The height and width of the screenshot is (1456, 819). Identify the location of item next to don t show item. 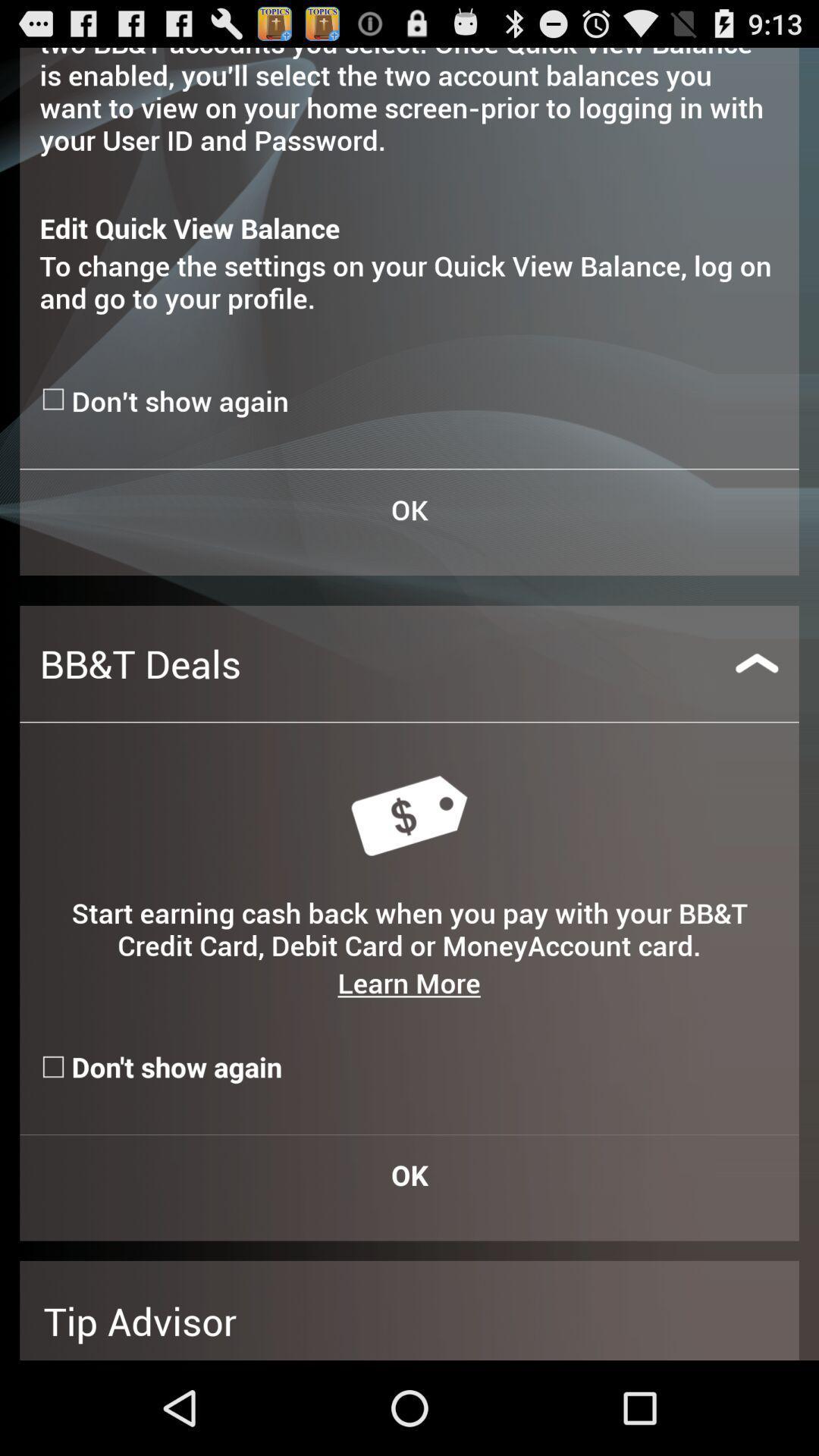
(55, 399).